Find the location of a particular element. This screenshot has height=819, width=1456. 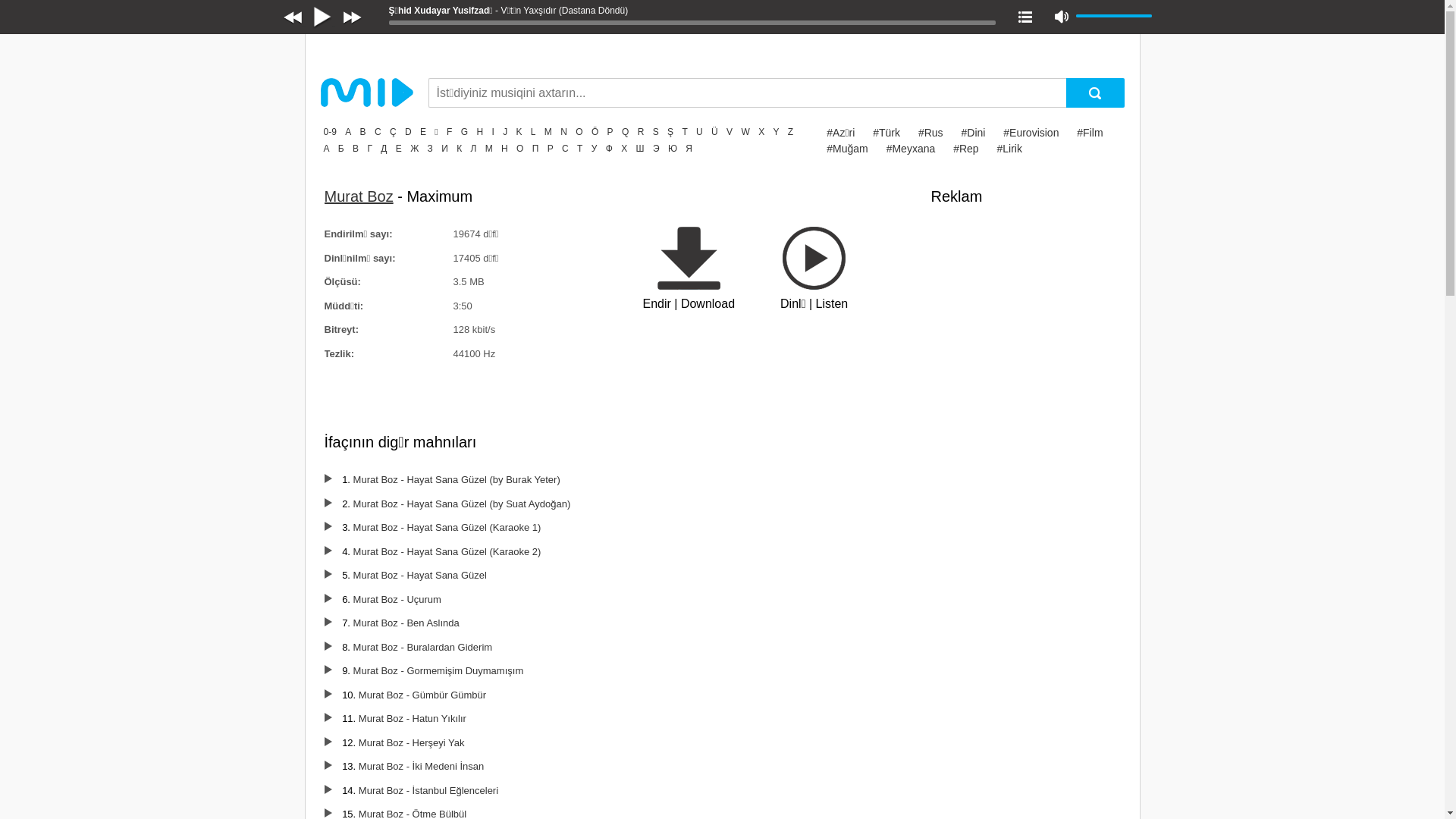

'J' is located at coordinates (502, 130).